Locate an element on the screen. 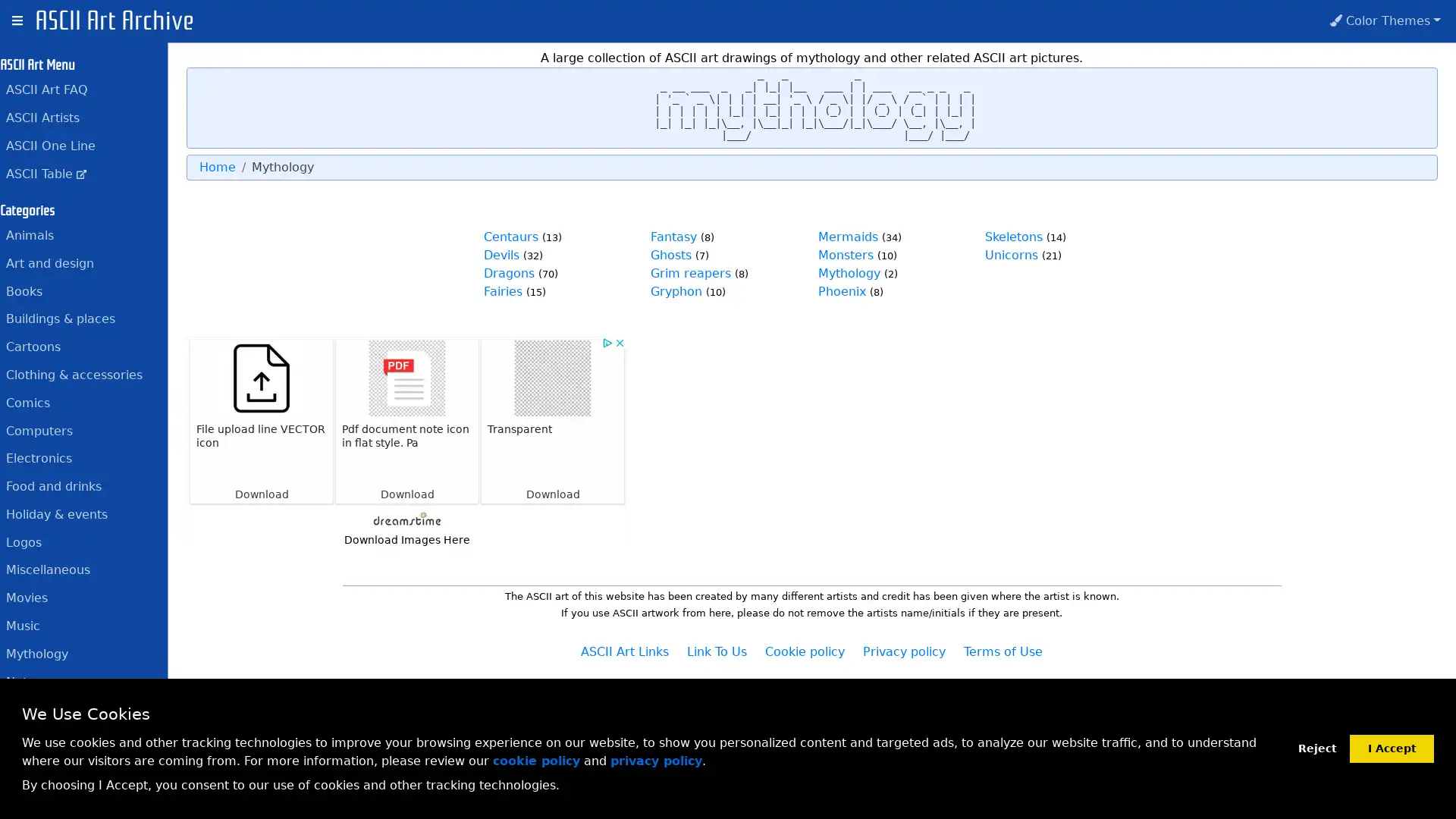 Image resolution: width=1456 pixels, height=819 pixels. I Accept is located at coordinates (1392, 747).